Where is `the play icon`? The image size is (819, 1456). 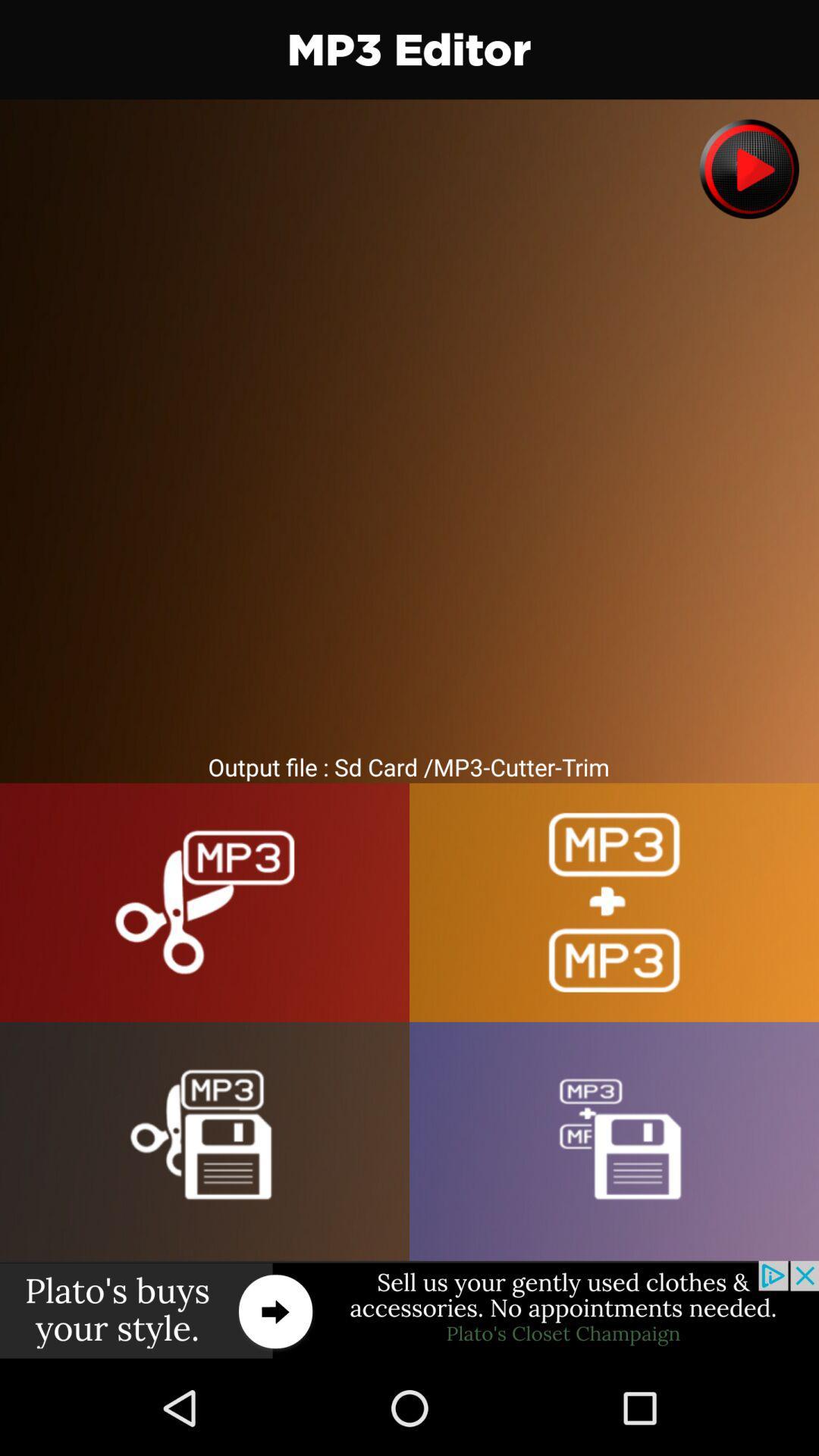
the play icon is located at coordinates (748, 169).